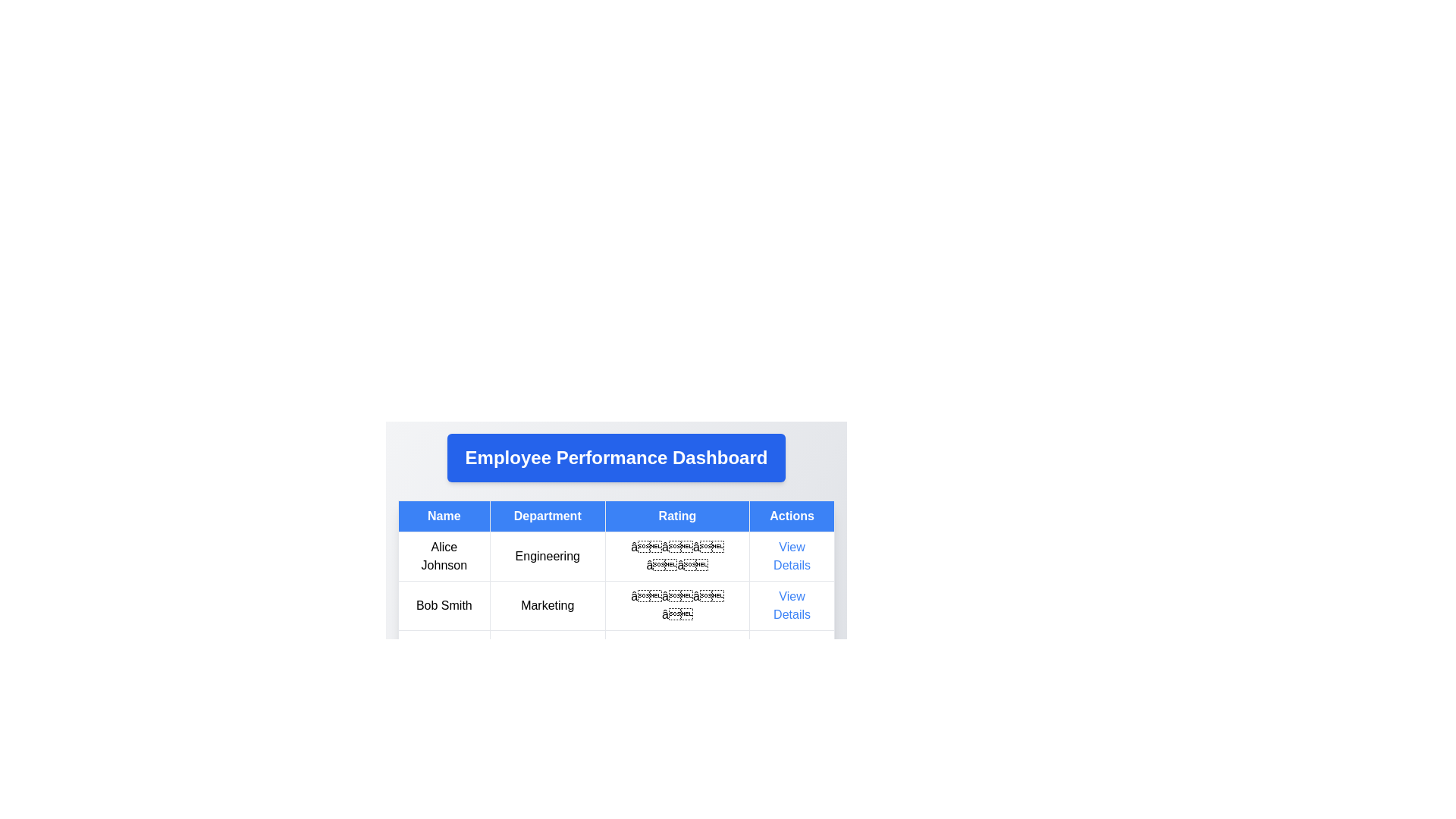 This screenshot has width=1456, height=819. What do you see at coordinates (616, 630) in the screenshot?
I see `the Rating column element in the table that contains the stars for Alice Johnson and Bob Smith` at bounding box center [616, 630].